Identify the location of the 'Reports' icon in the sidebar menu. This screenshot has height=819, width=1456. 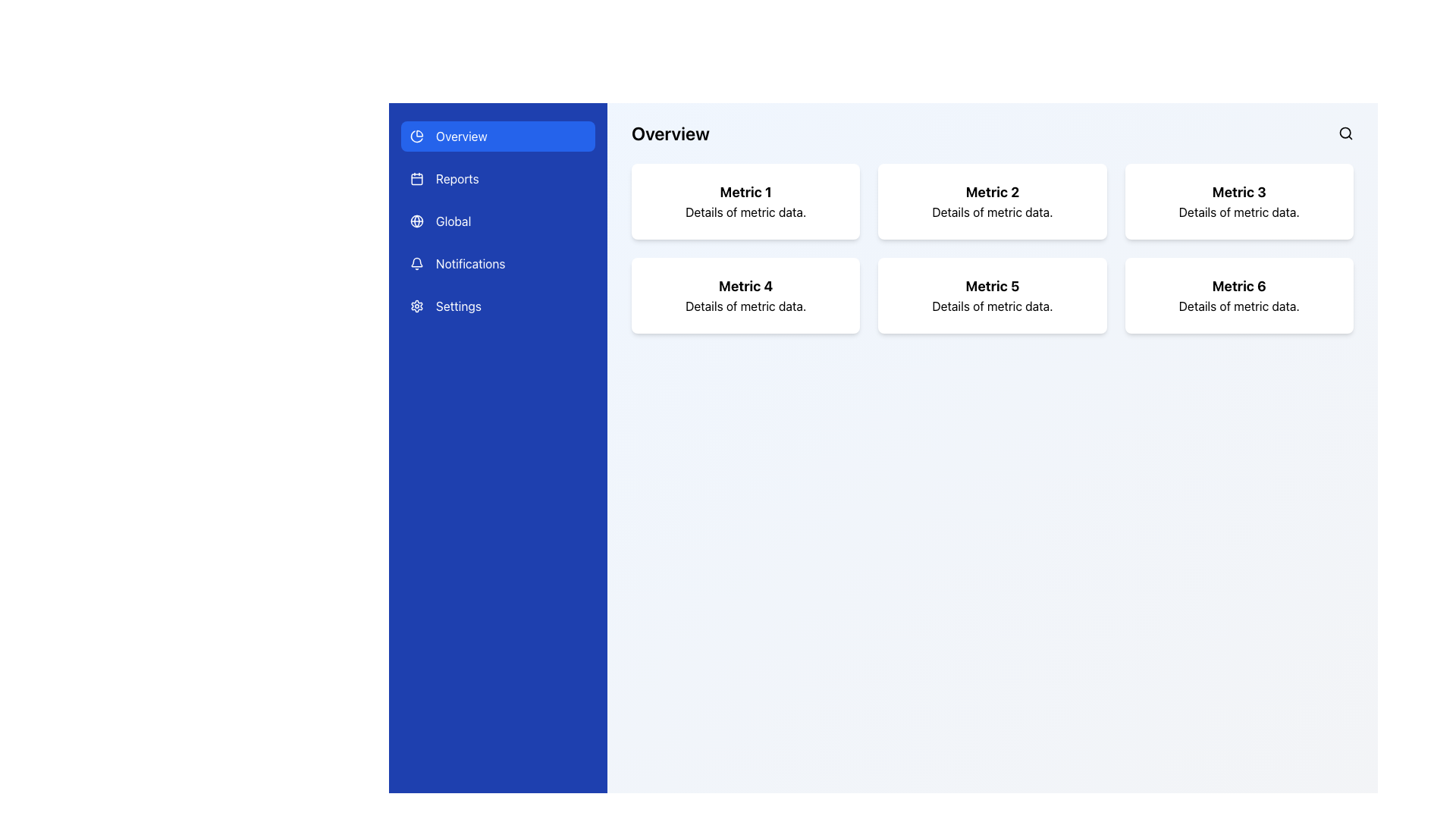
(417, 177).